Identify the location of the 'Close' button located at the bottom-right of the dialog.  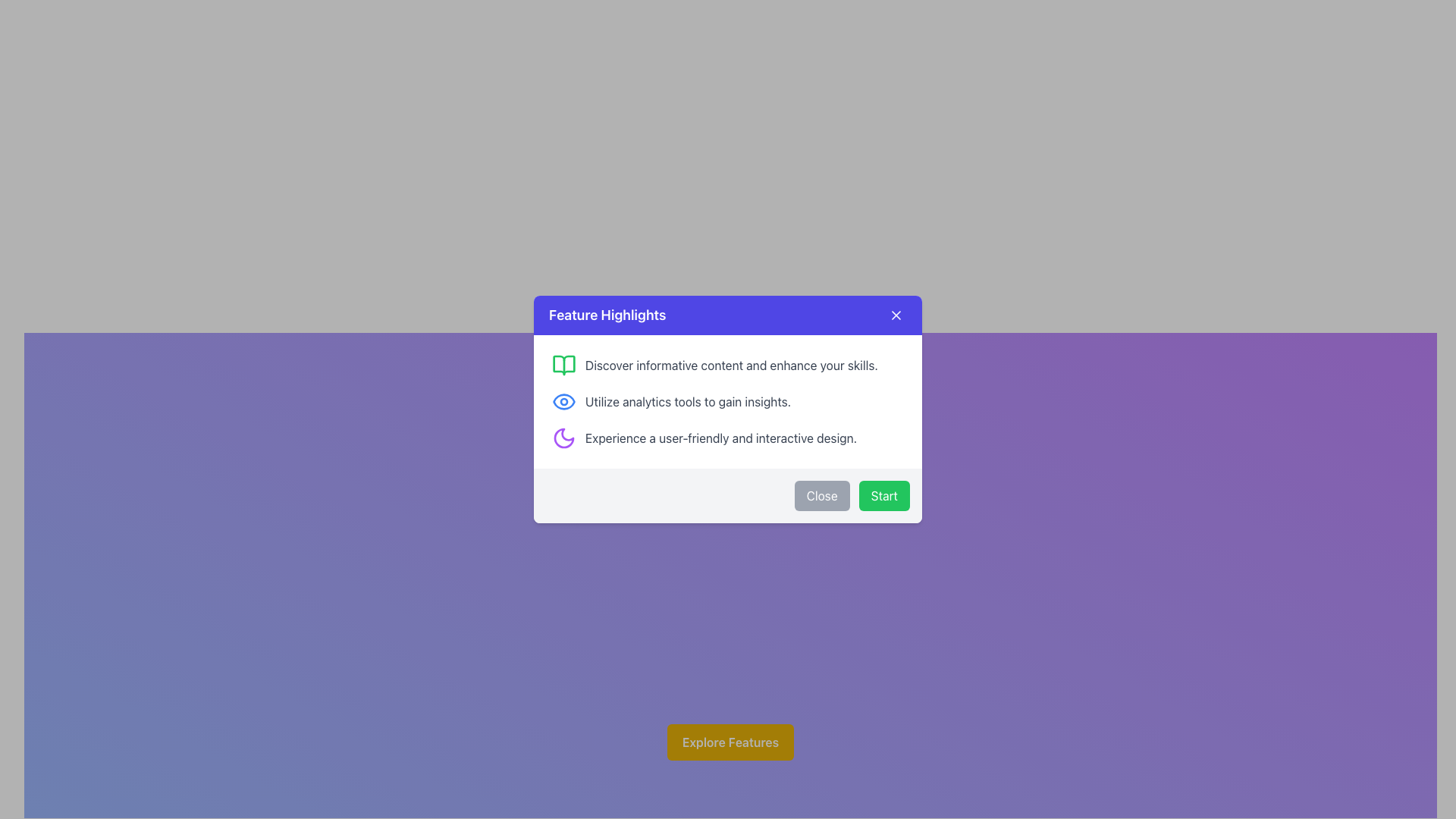
(821, 496).